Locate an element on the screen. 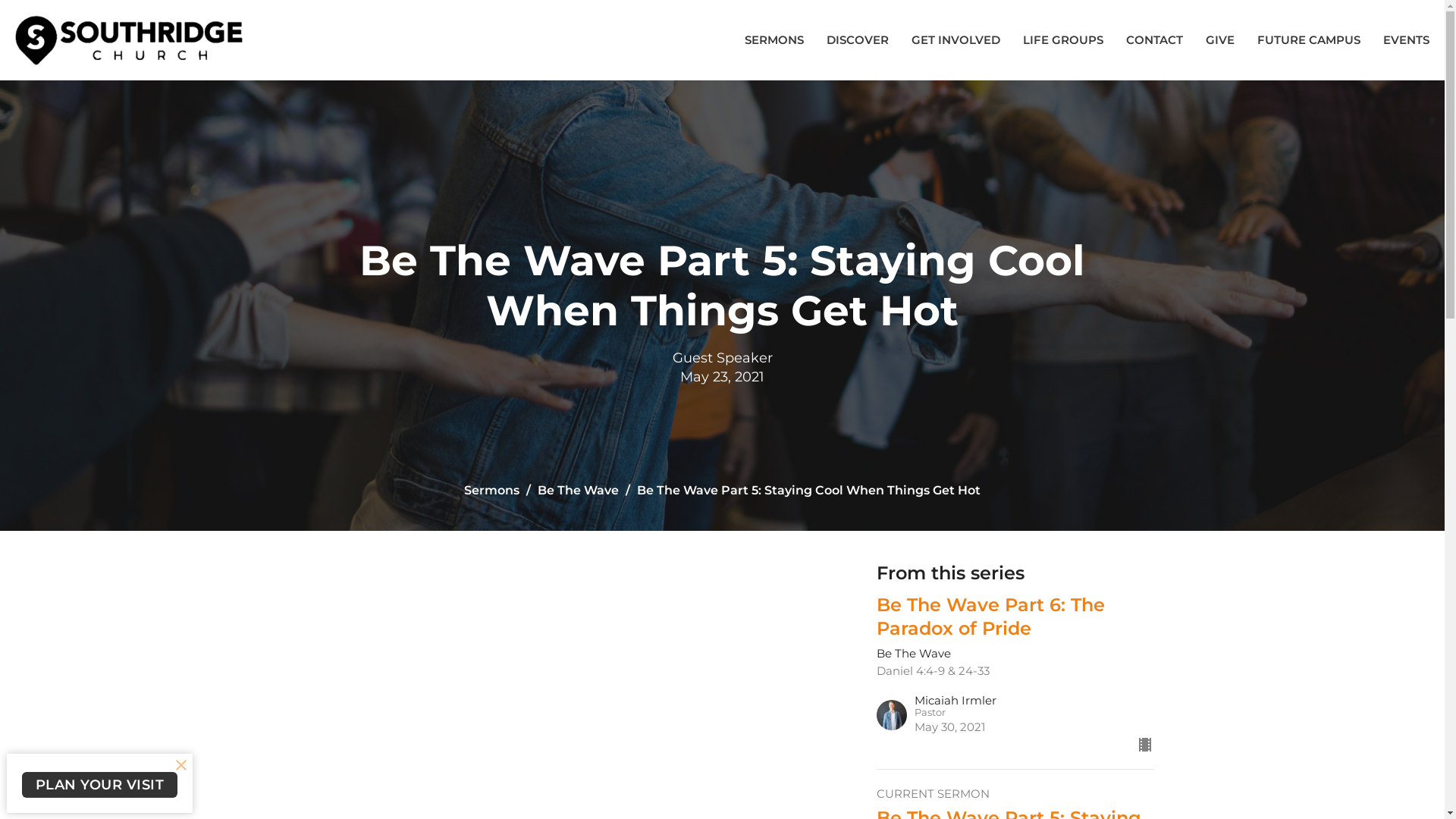 Image resolution: width=1456 pixels, height=819 pixels. 'LIFE GROUPS' is located at coordinates (1062, 39).